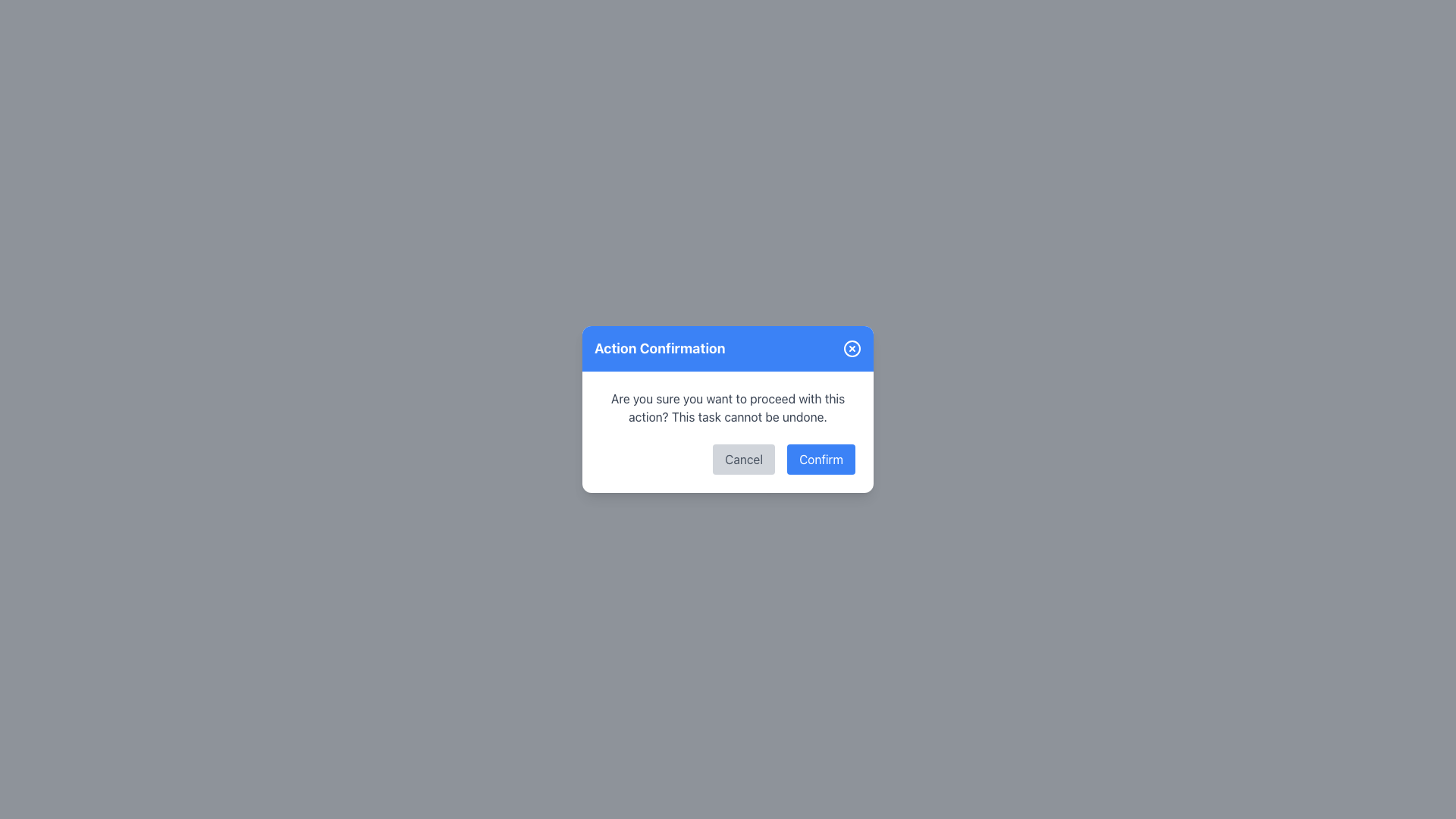  Describe the element at coordinates (728, 432) in the screenshot. I see `the 'Cancel' button on the Confirmation Box that prompts the user for acknowledgment before proceeding with an irreversible action` at that location.